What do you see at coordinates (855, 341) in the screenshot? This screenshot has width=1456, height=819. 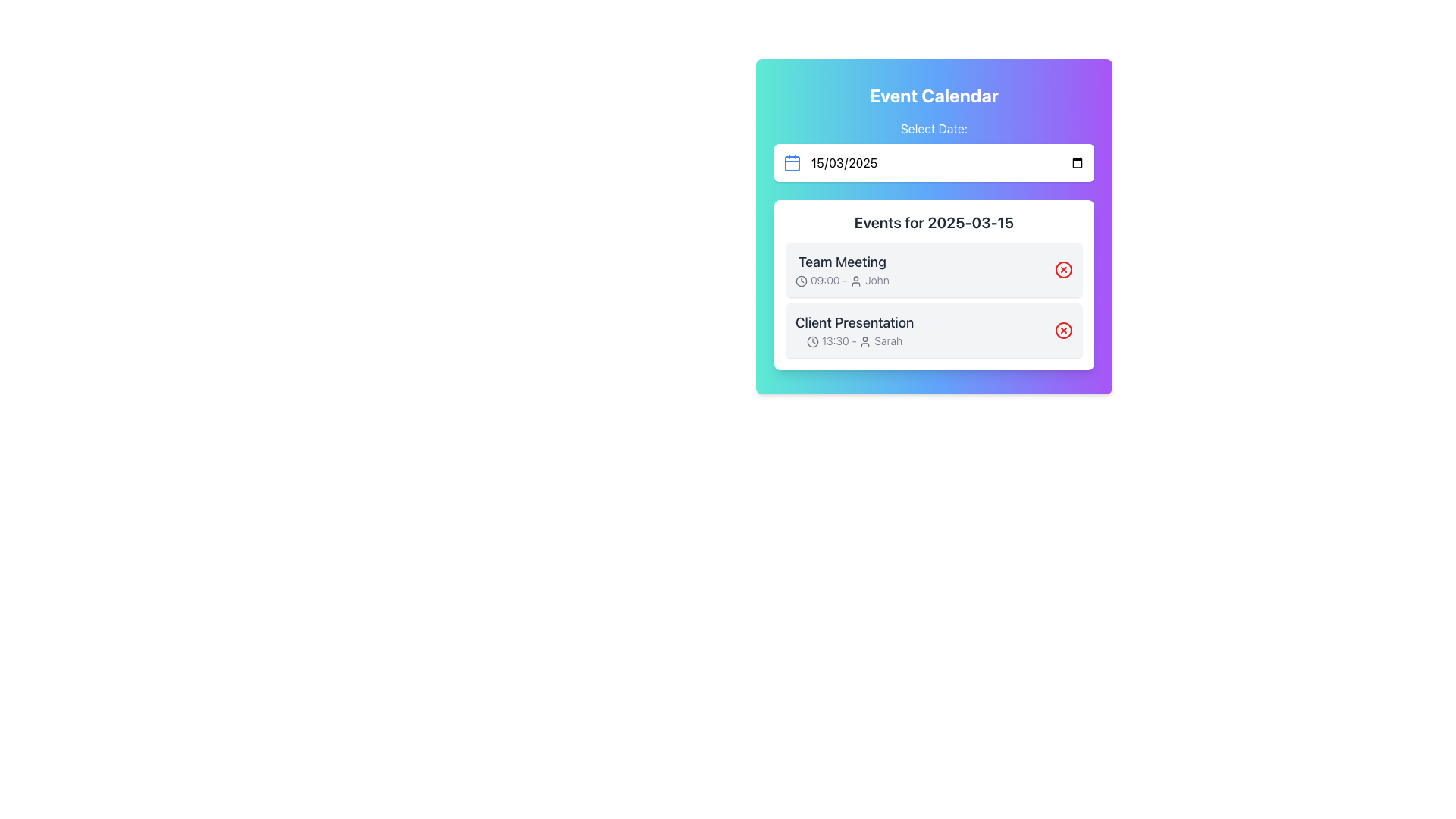 I see `text displaying the schedule time and name ('13:30 - Sarah') which is part of the 'Client Presentation' section in the event calendar` at bounding box center [855, 341].